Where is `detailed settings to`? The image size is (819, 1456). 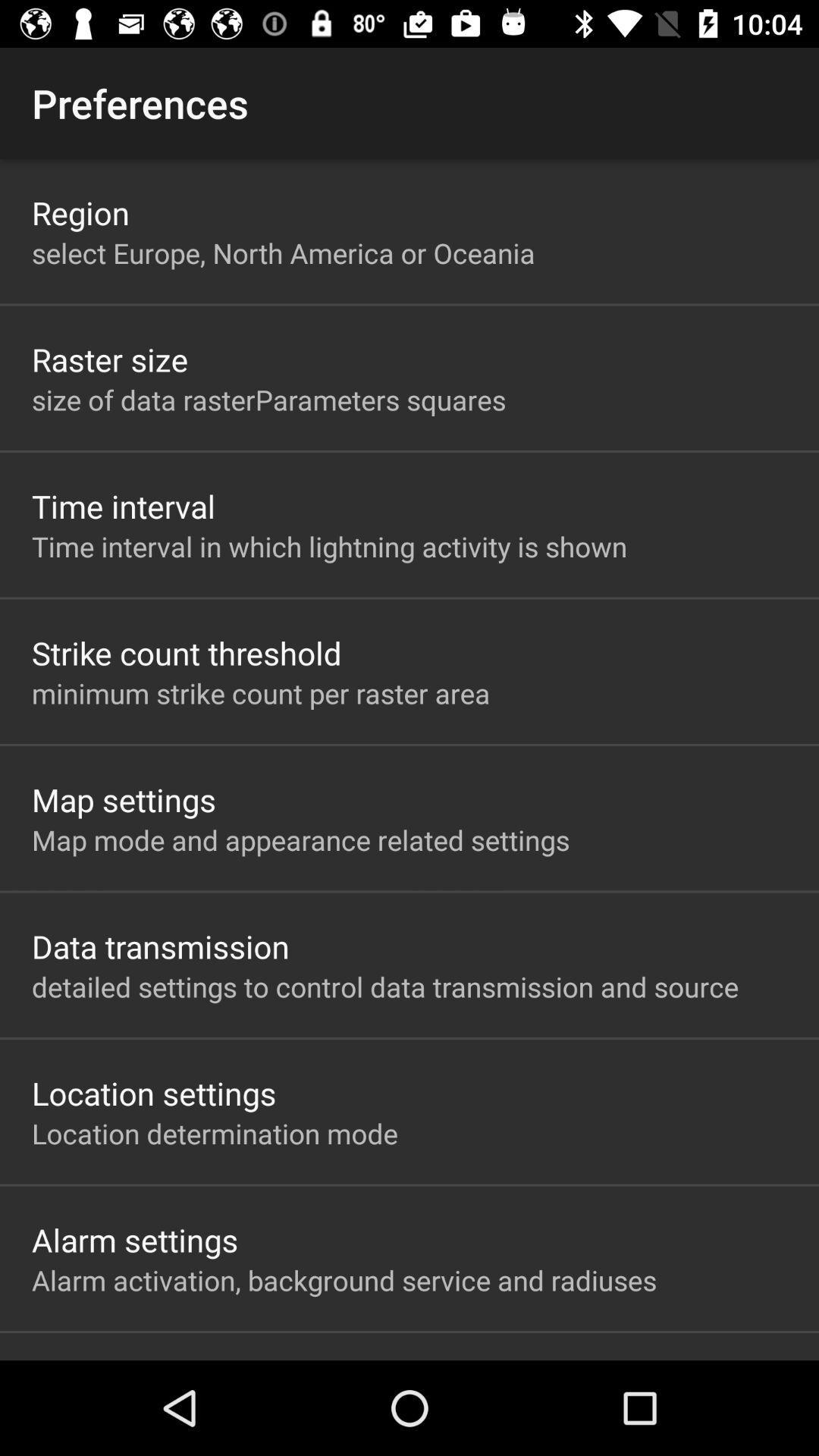 detailed settings to is located at coordinates (384, 987).